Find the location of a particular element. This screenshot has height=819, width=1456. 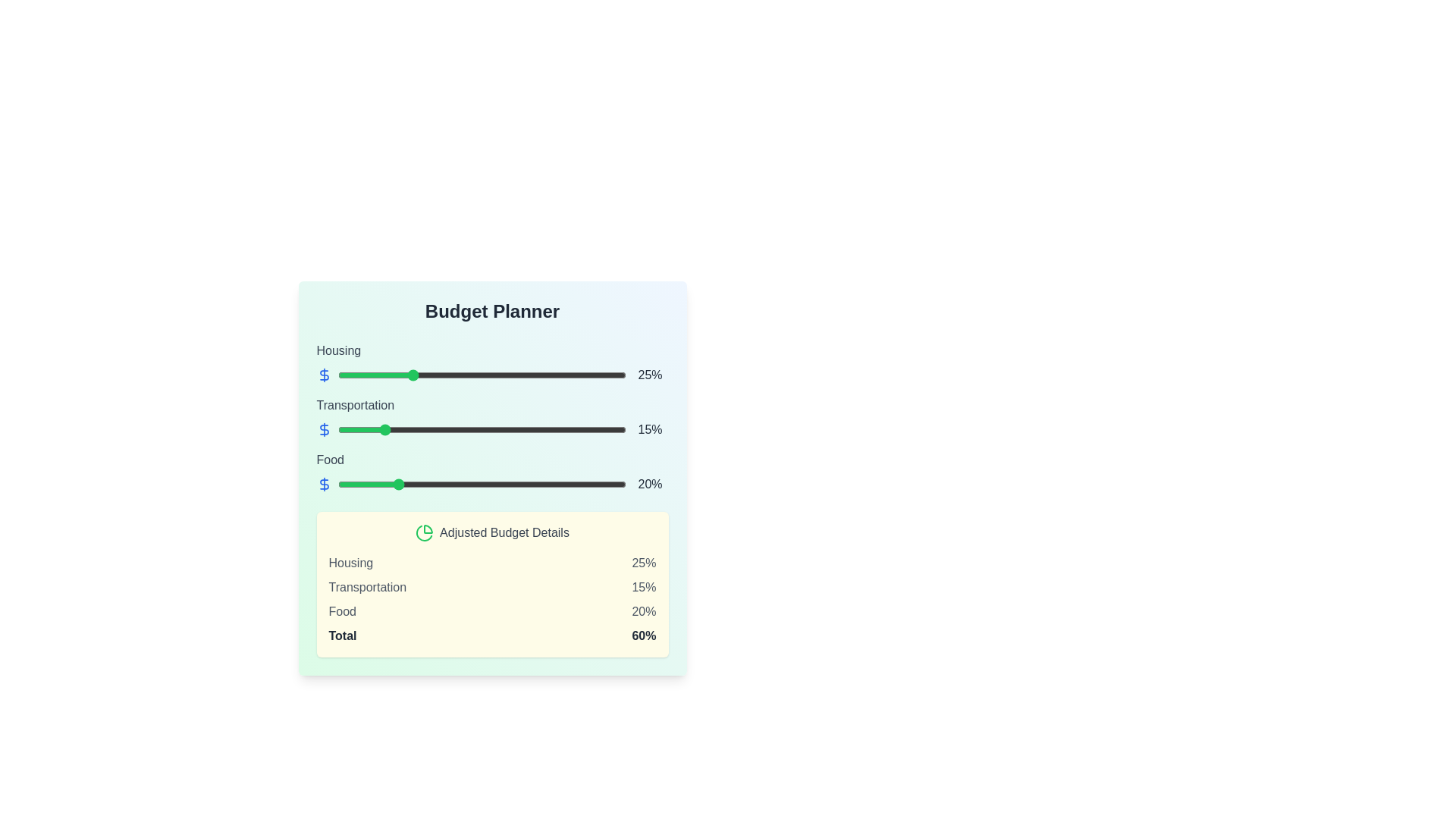

the circular icon styled as a pie chart with a green outline, positioned to the left of the text 'Adjusted Budget Details' is located at coordinates (425, 532).